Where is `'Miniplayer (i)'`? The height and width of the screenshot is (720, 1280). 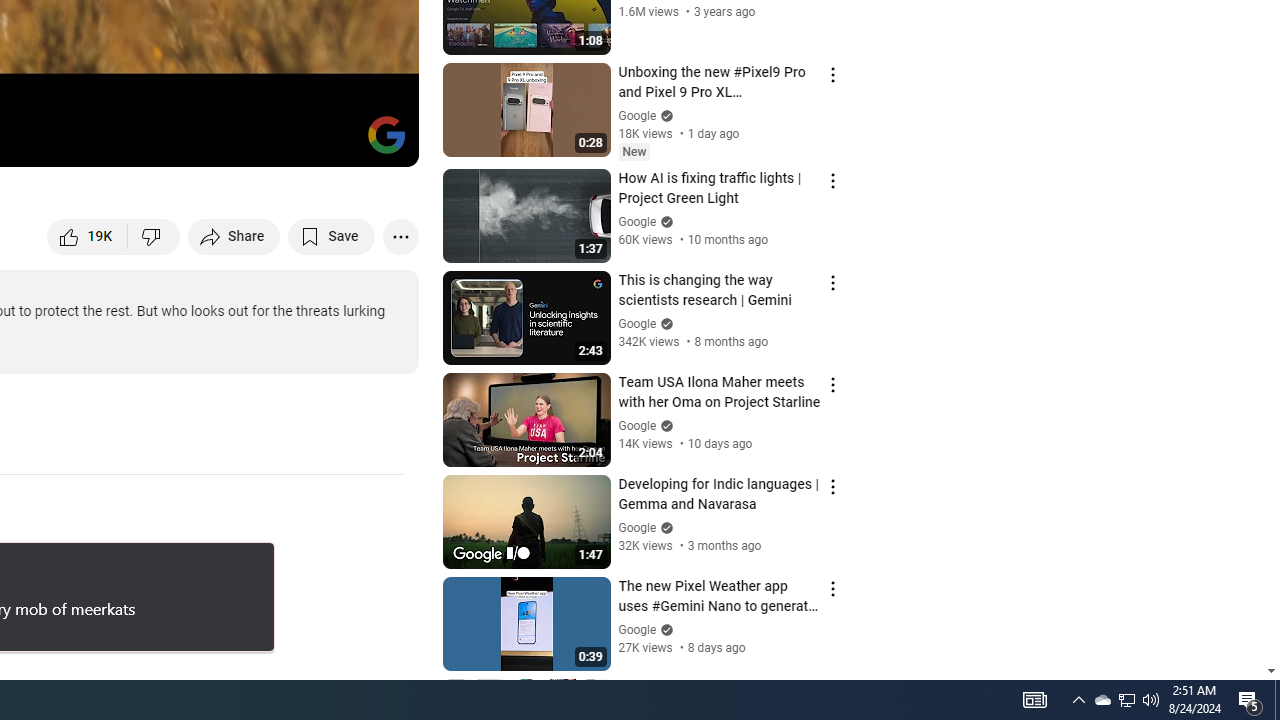
'Miniplayer (i)' is located at coordinates (285, 141).